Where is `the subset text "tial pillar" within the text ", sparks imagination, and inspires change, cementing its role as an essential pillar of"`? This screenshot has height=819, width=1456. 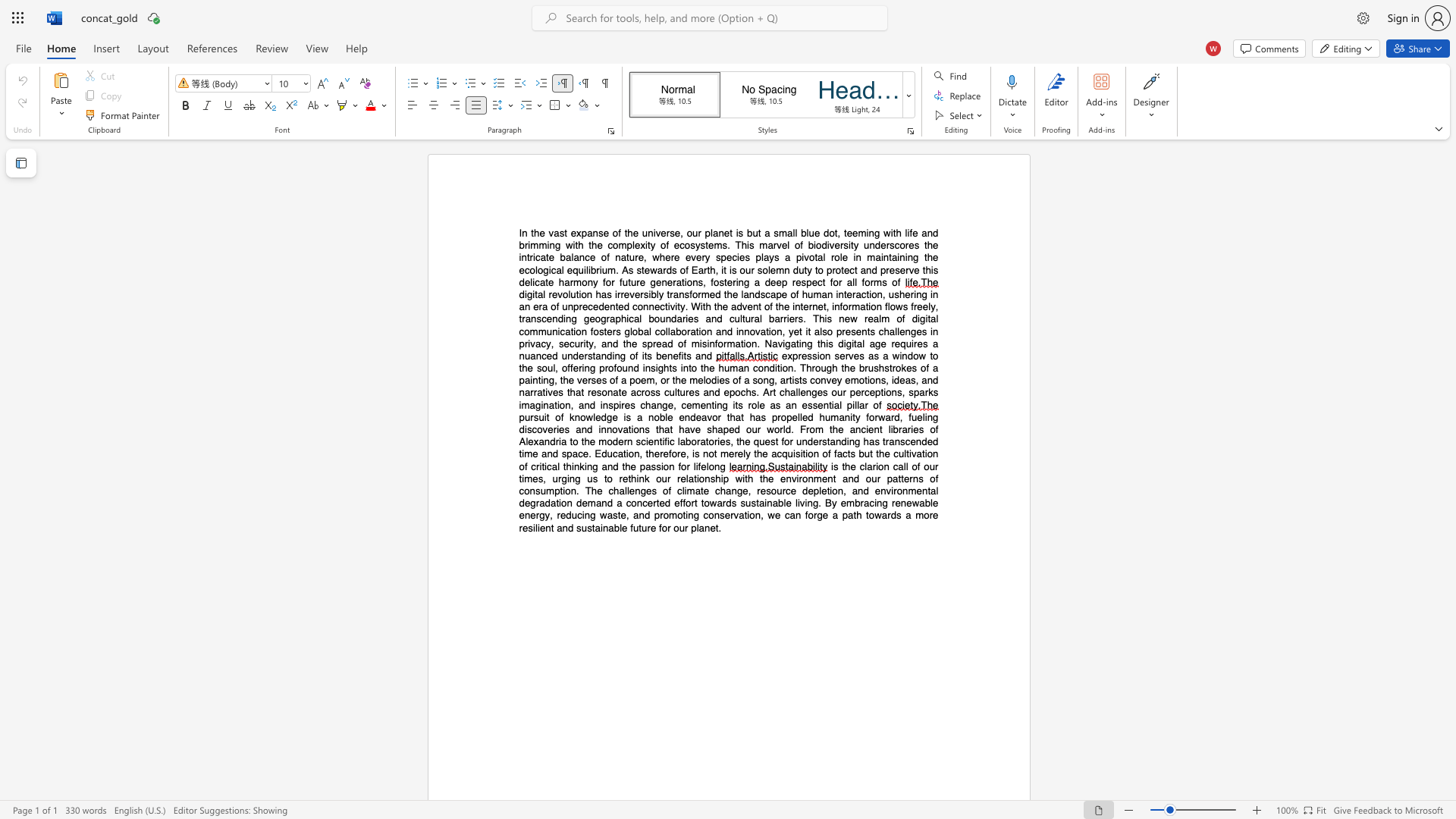
the subset text "tial pillar" within the text ", sparks imagination, and inspires change, cementing its role as an essential pillar of" is located at coordinates (828, 404).